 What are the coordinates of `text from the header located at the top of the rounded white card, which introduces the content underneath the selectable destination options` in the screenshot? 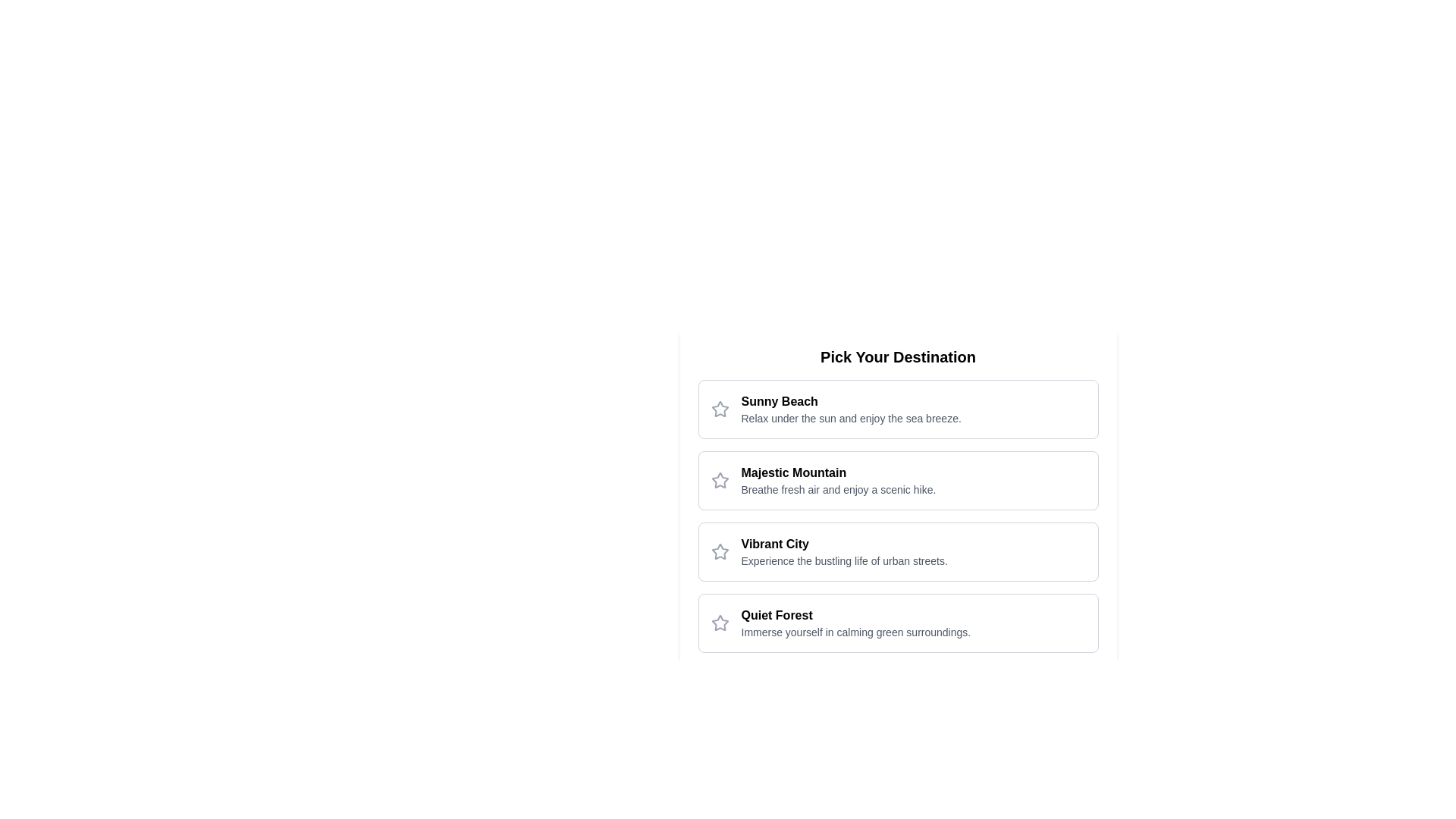 It's located at (898, 356).